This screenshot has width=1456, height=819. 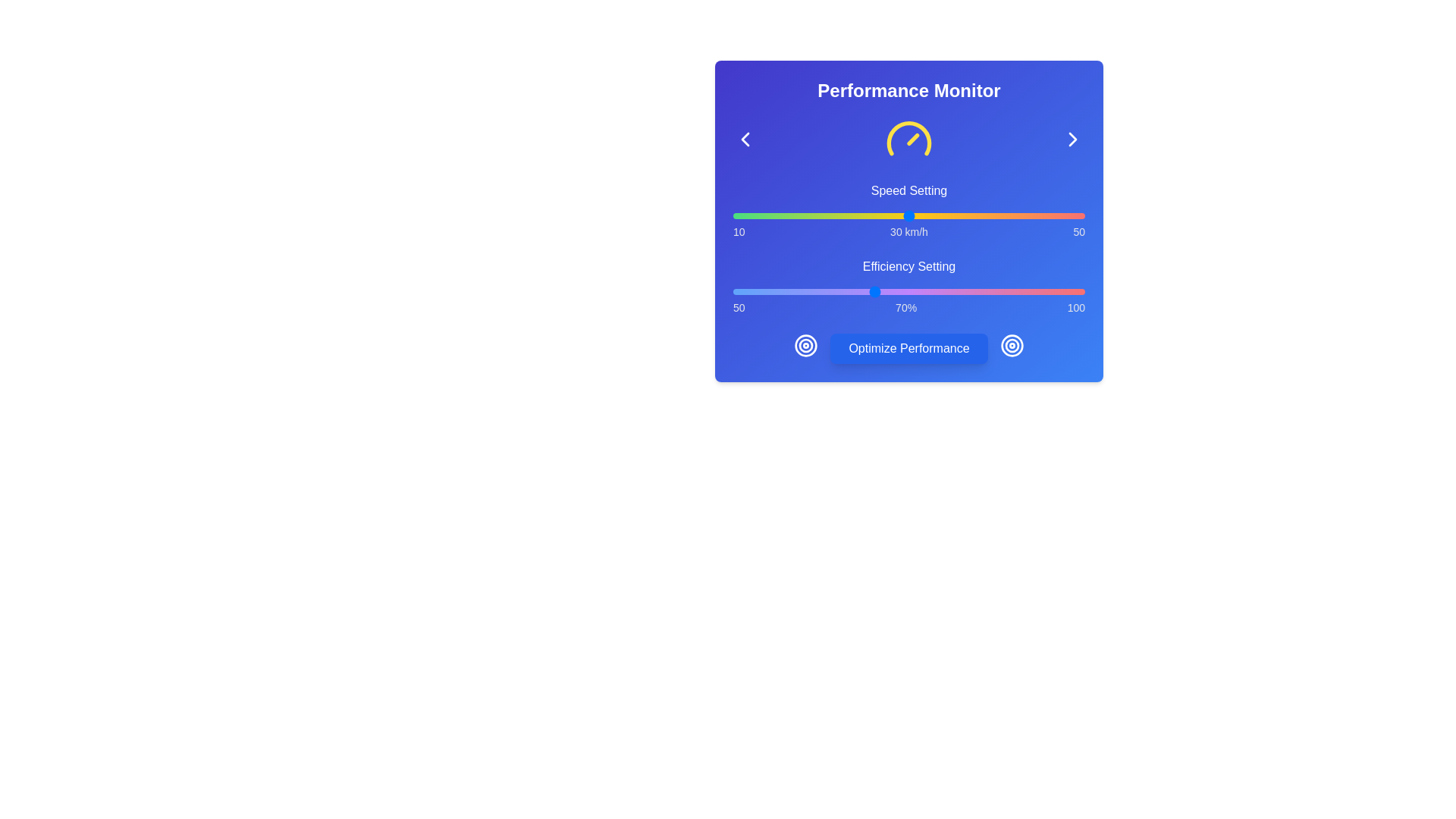 I want to click on the speed setting to 35 km/h by interacting with the slider, so click(x=952, y=216).